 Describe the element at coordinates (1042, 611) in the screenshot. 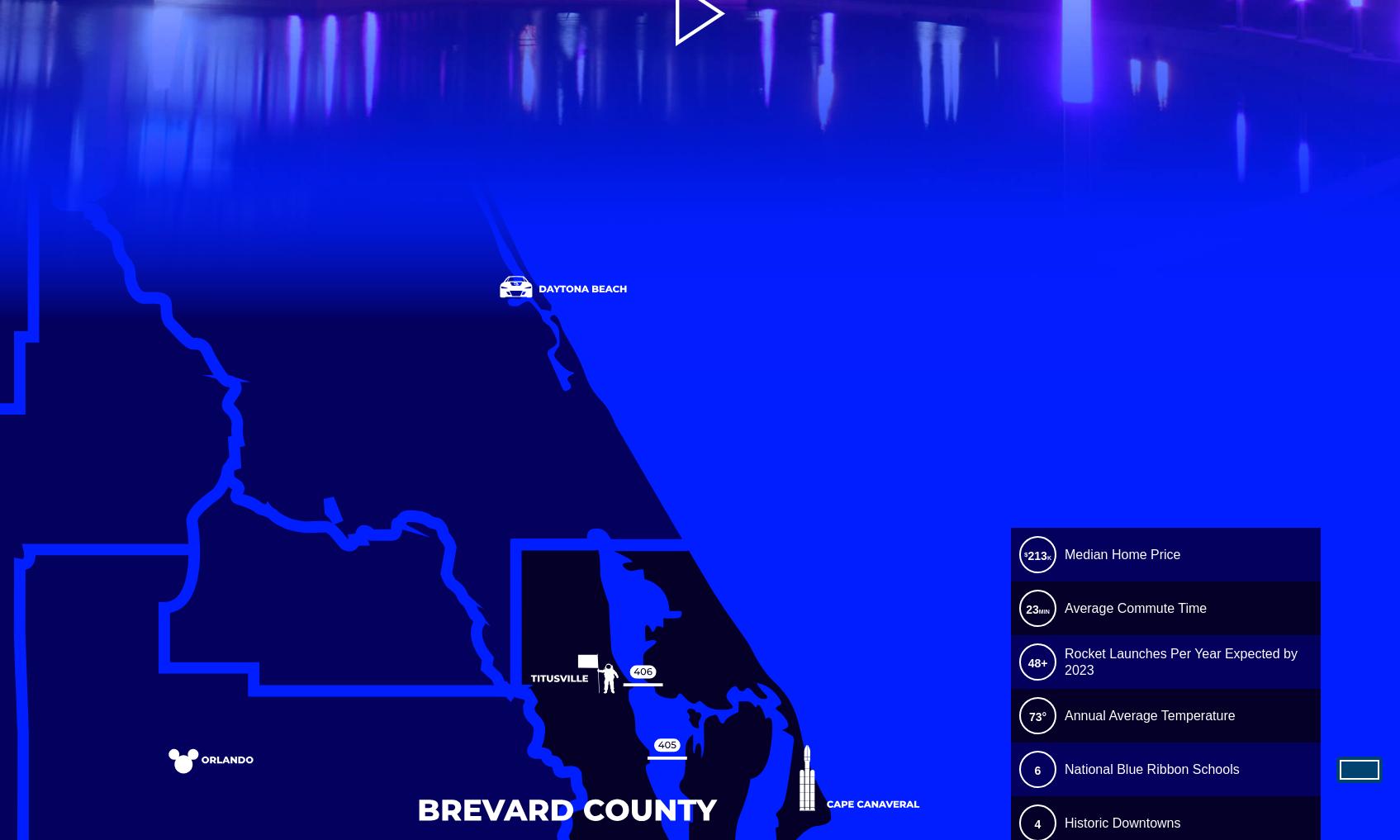

I see `'MIN'` at that location.